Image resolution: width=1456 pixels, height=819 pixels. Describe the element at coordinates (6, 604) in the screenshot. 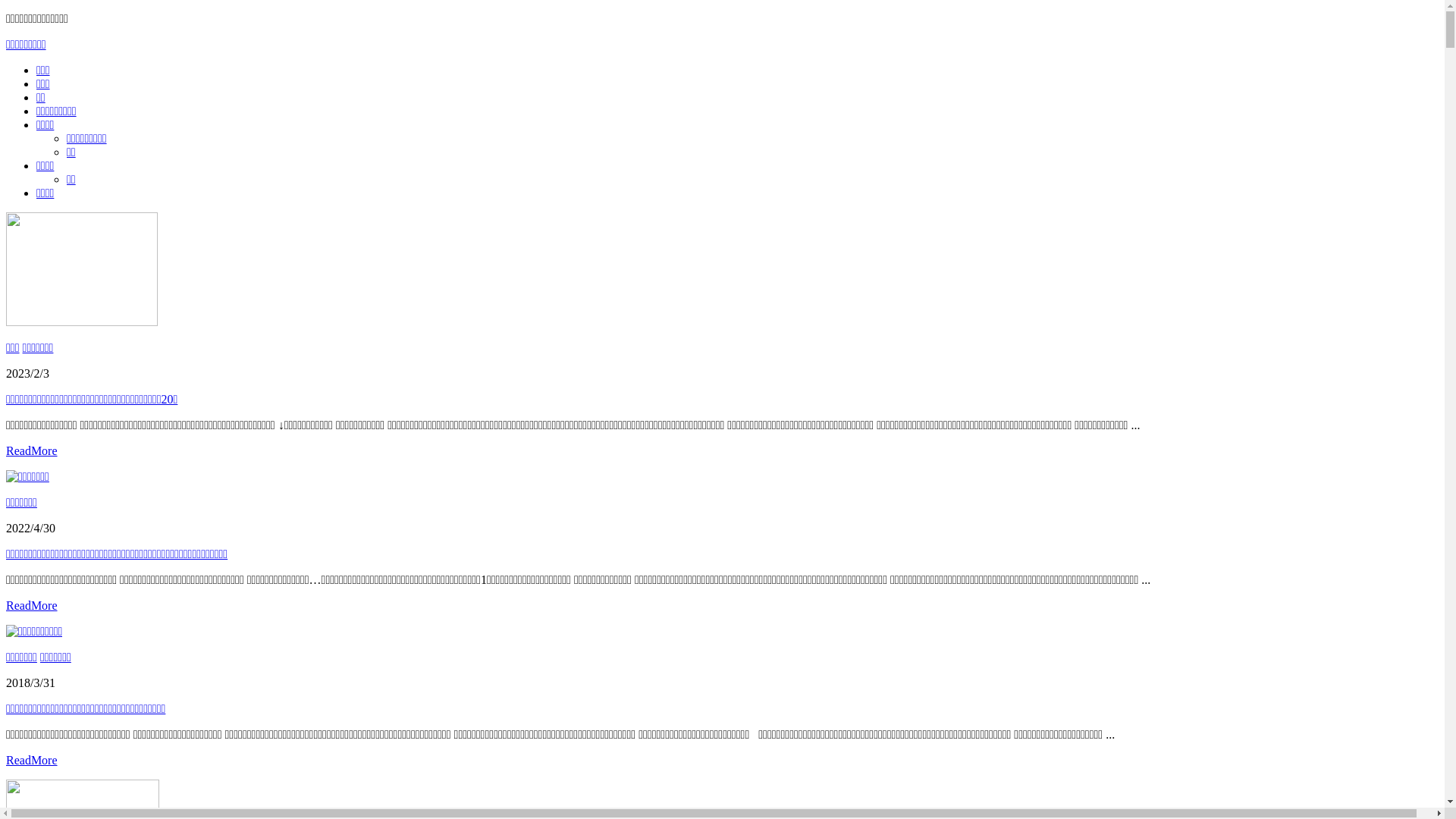

I see `'ReadMore'` at that location.